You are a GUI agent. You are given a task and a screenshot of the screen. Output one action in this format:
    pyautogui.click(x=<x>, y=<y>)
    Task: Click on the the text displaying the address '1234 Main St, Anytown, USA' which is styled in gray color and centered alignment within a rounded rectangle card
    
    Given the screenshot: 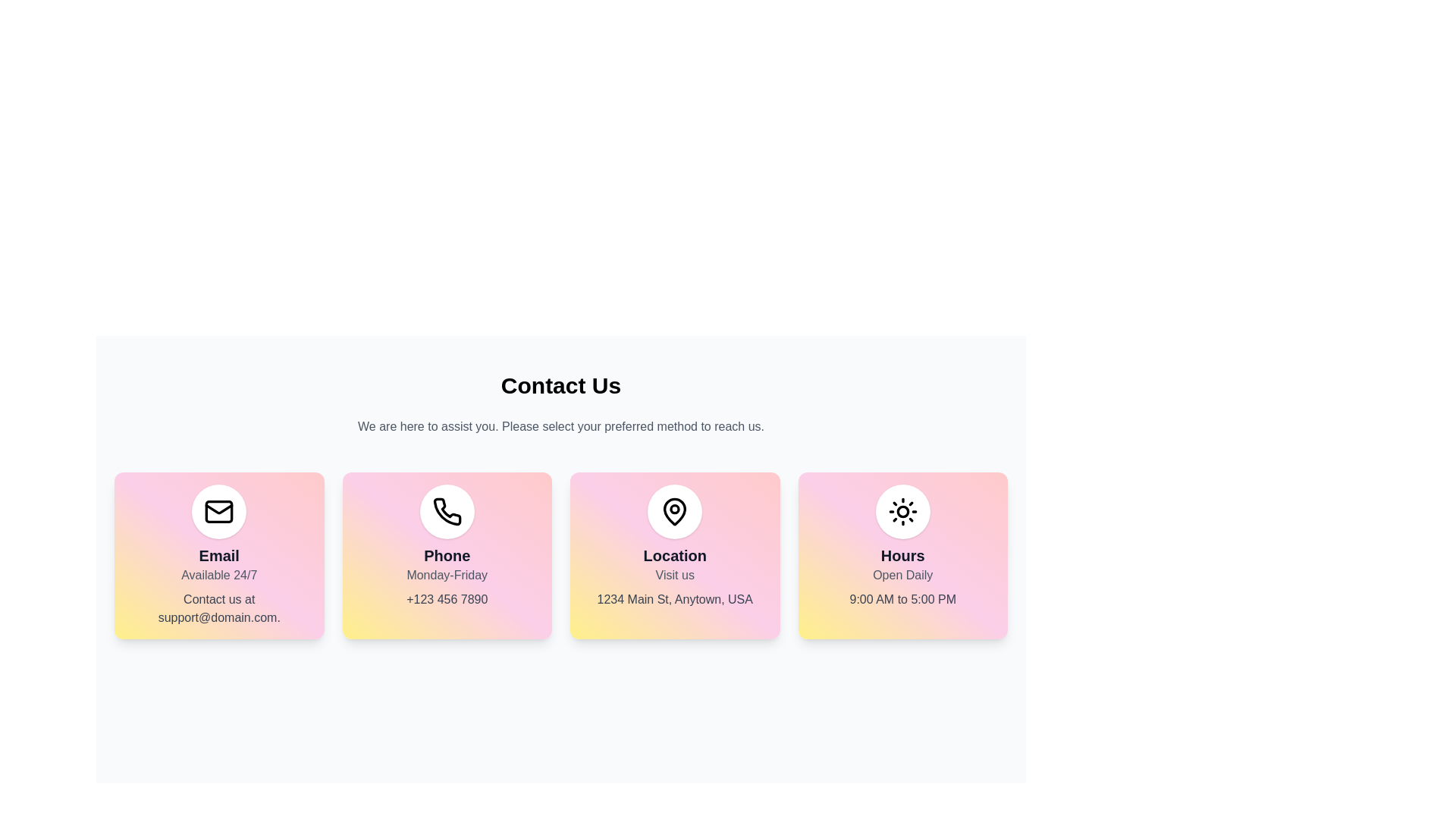 What is the action you would take?
    pyautogui.click(x=674, y=598)
    